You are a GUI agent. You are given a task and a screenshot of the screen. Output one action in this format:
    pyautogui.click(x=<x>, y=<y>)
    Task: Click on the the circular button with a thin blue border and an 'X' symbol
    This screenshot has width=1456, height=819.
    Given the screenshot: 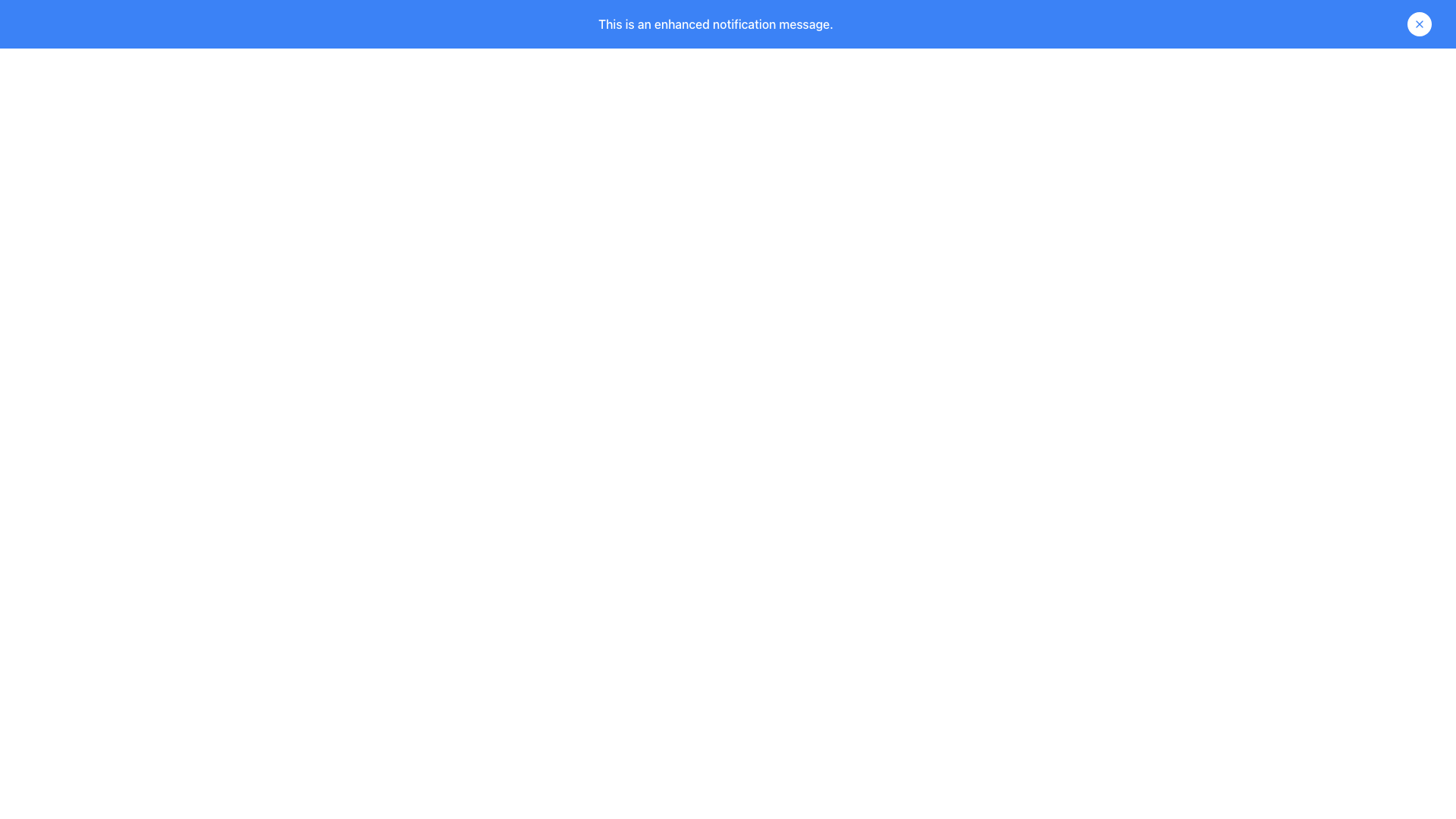 What is the action you would take?
    pyautogui.click(x=1419, y=24)
    